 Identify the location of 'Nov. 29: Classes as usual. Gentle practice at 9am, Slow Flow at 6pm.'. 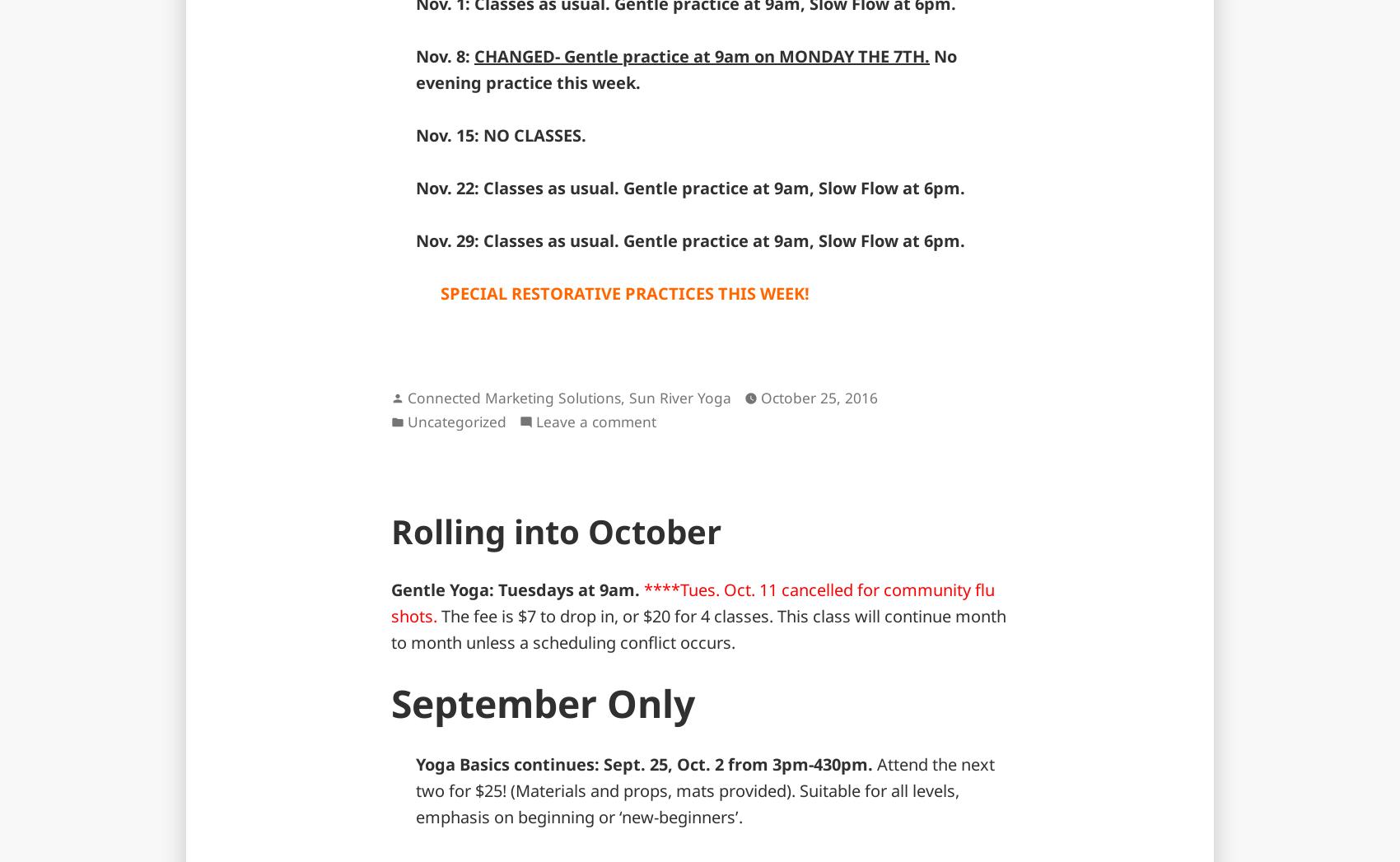
(416, 239).